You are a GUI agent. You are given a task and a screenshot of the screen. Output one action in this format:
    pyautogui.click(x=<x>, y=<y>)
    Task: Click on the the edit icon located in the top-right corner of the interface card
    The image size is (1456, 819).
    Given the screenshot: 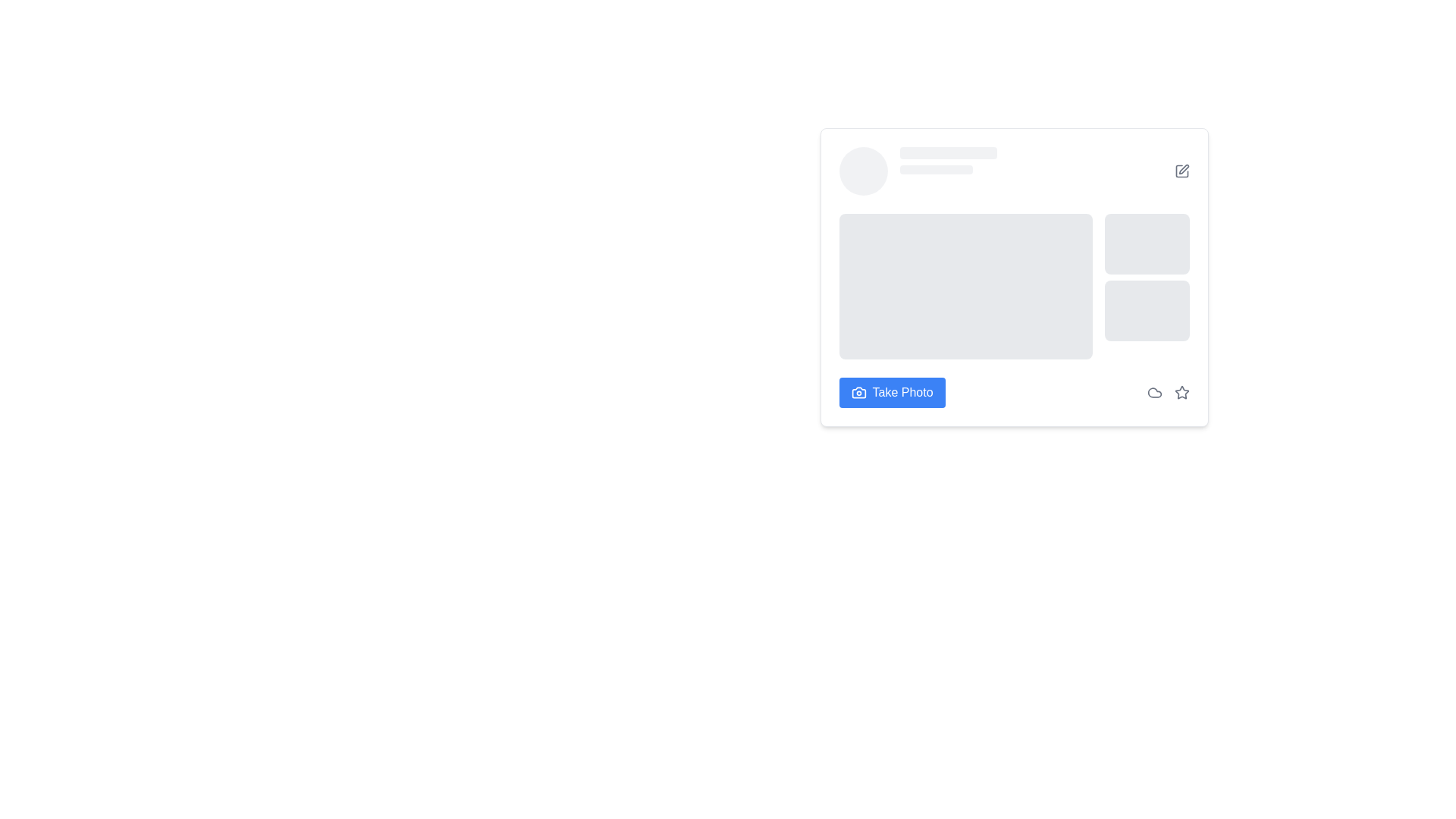 What is the action you would take?
    pyautogui.click(x=1182, y=169)
    